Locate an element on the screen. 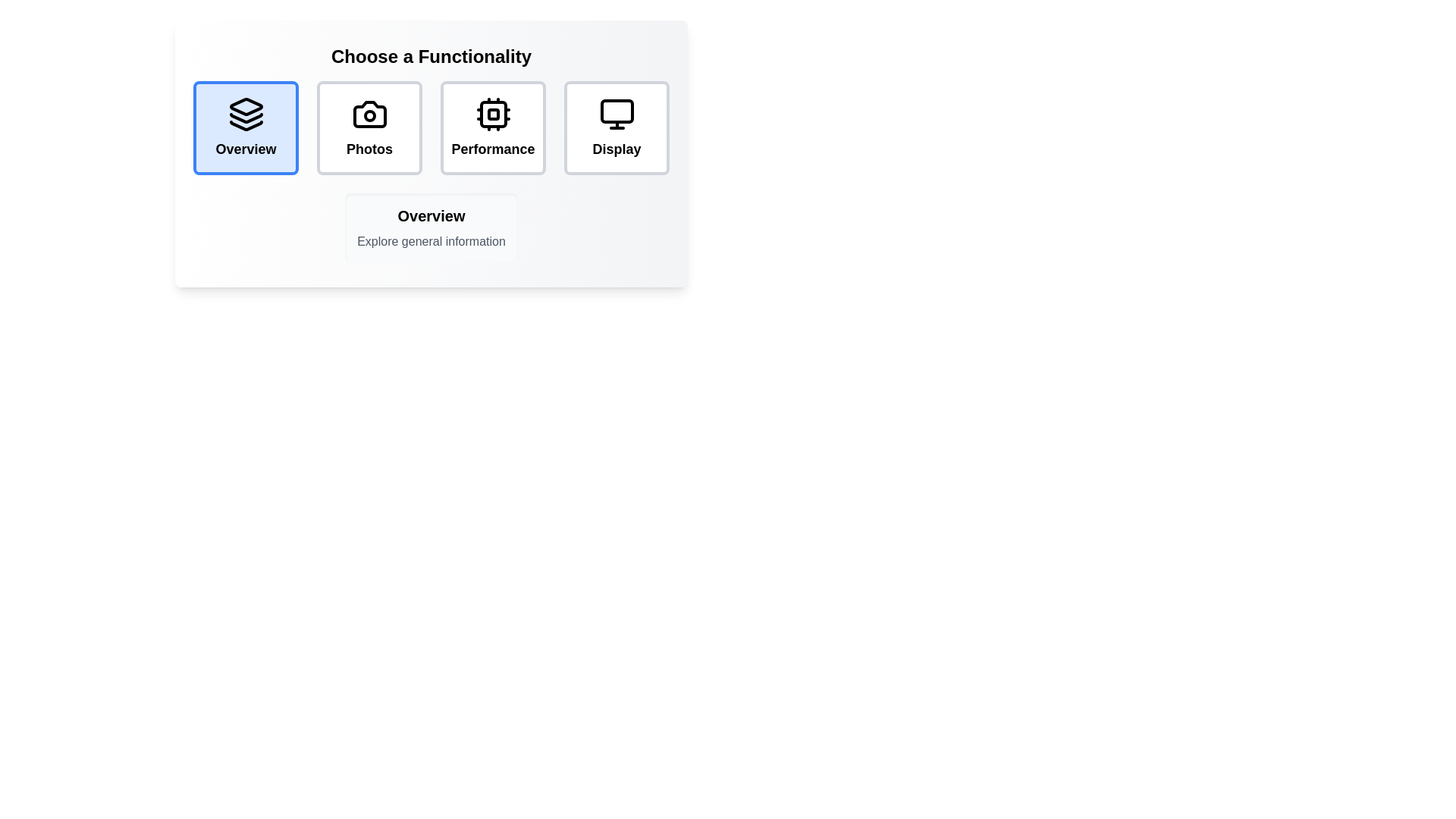  the icon resembling a computer monitor with a base stand, located under the 'Display' label in the 'Choose a Functionality' section is located at coordinates (617, 113).